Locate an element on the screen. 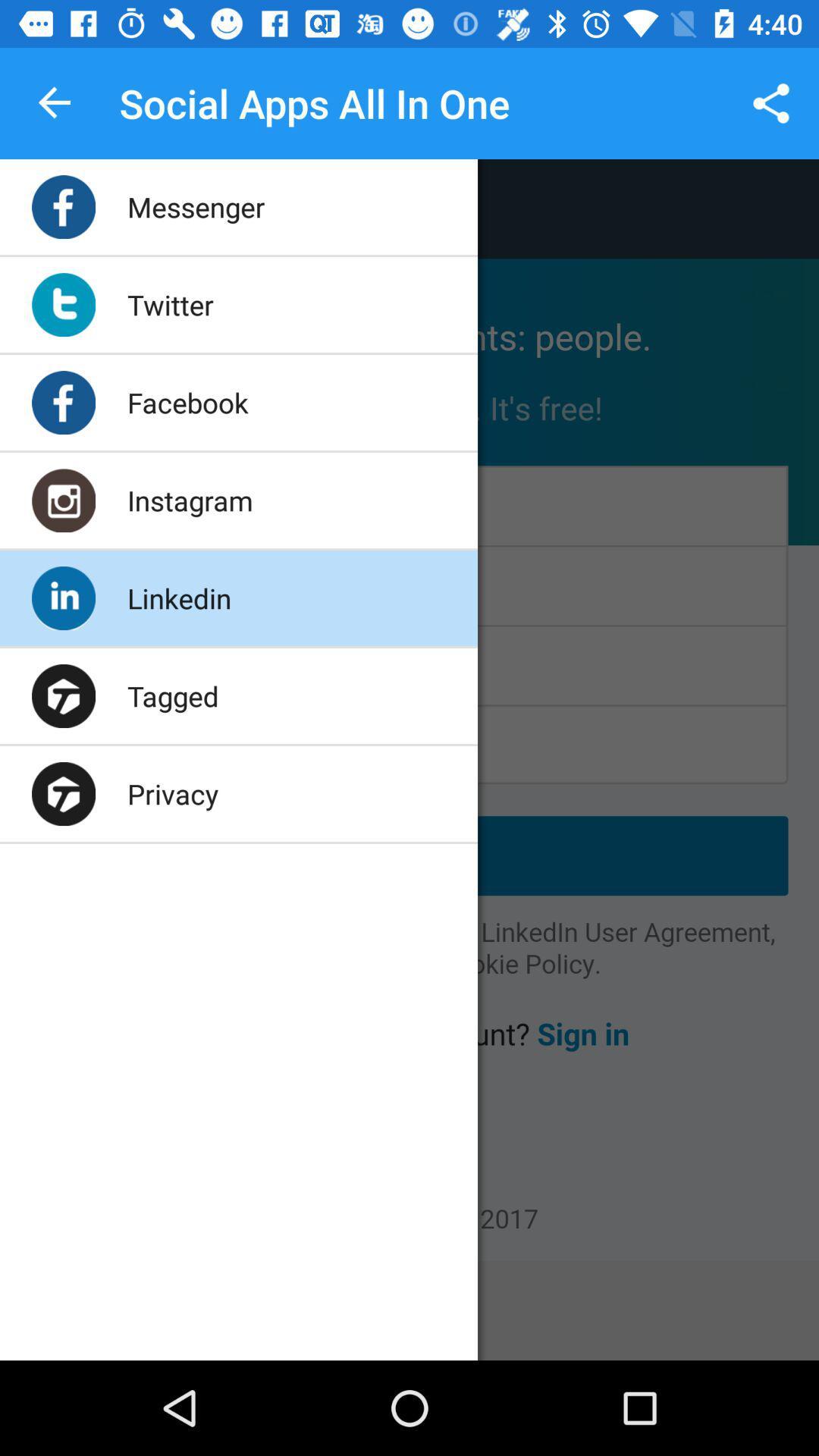 The image size is (819, 1456). the icon above the instagram icon is located at coordinates (187, 403).